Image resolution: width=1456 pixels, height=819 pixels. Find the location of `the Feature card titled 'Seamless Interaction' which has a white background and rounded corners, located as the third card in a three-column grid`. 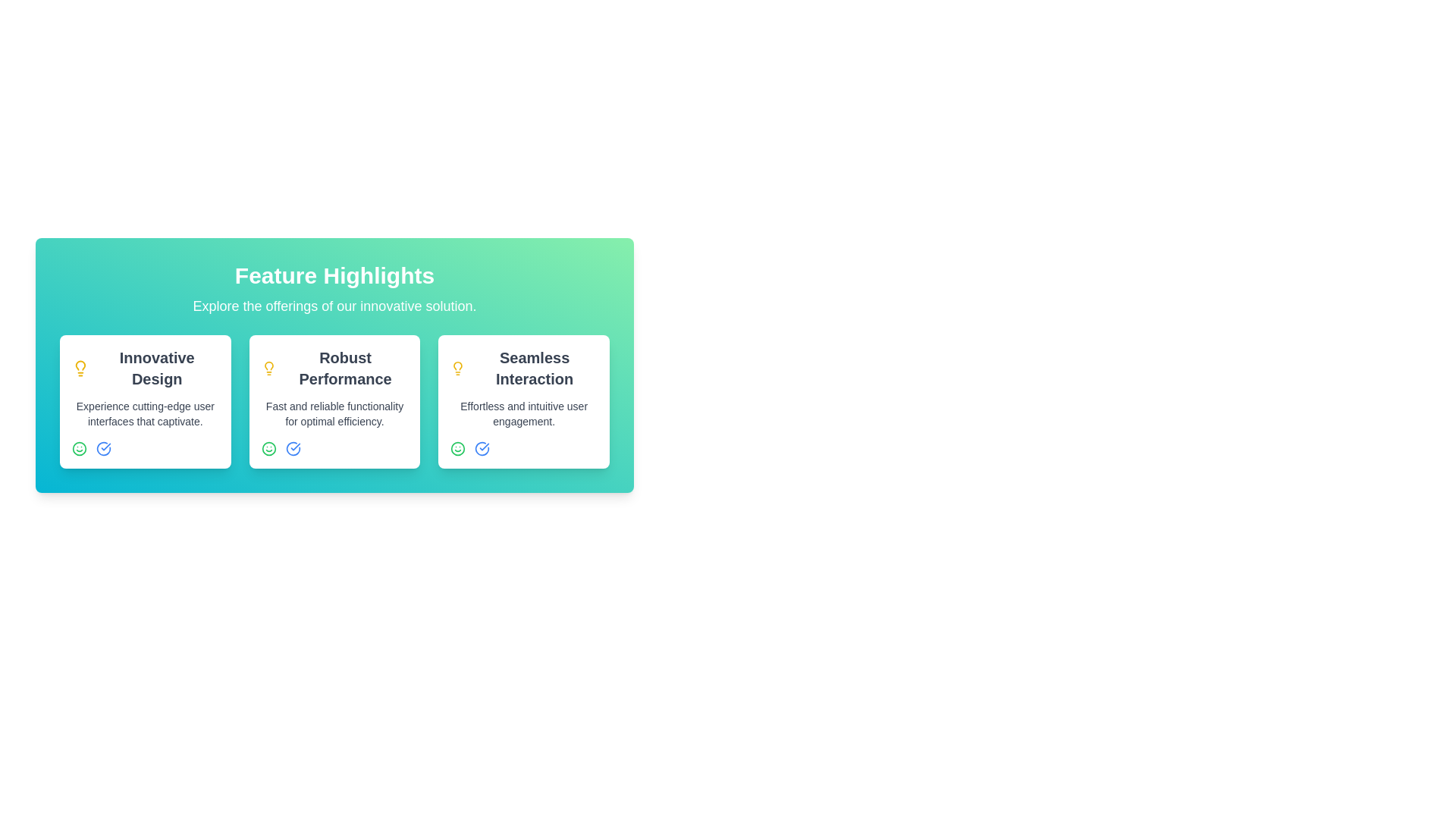

the Feature card titled 'Seamless Interaction' which has a white background and rounded corners, located as the third card in a three-column grid is located at coordinates (524, 400).